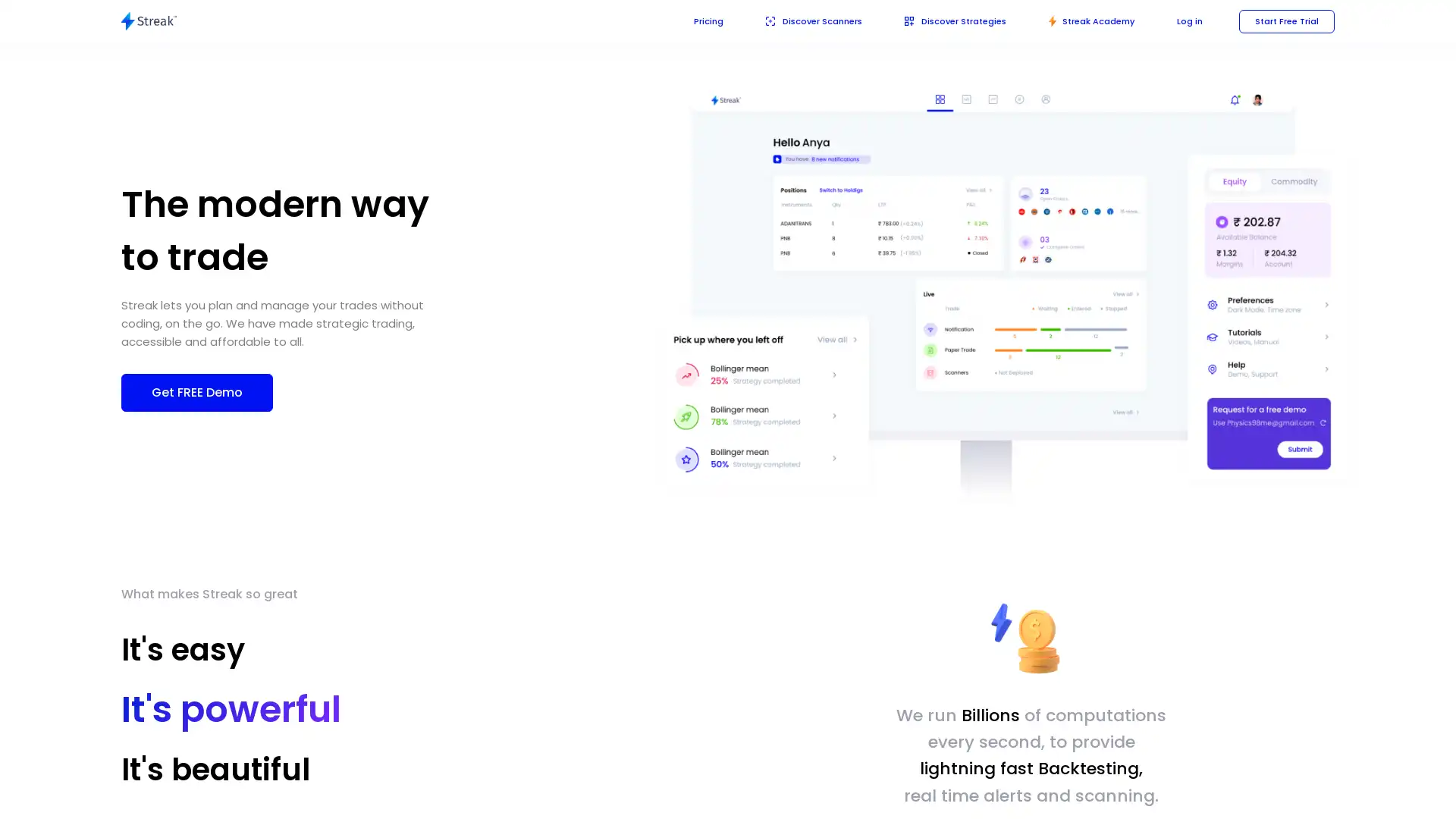  Describe the element at coordinates (196, 391) in the screenshot. I see `Get FREE Demo` at that location.